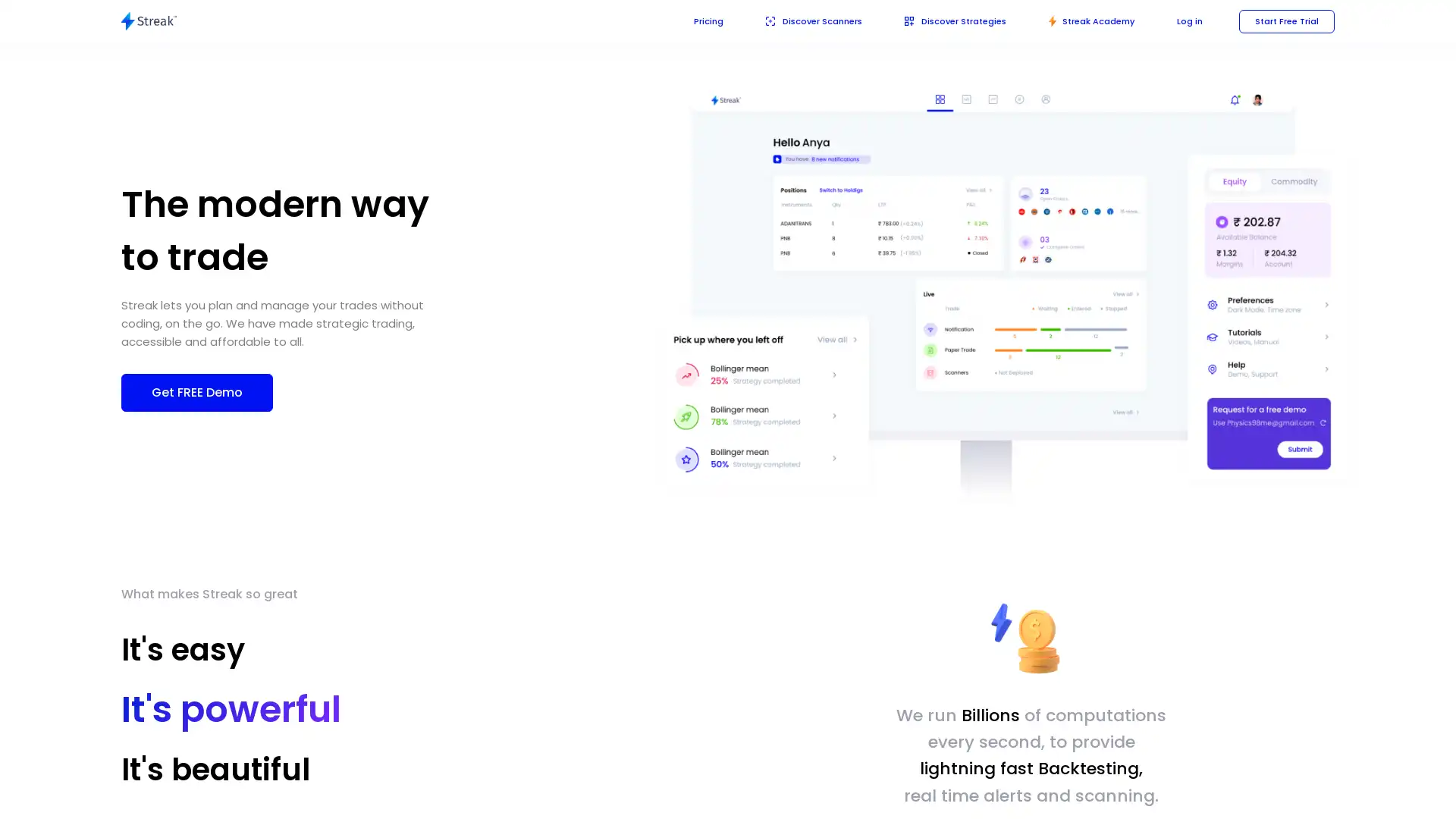  Describe the element at coordinates (196, 391) in the screenshot. I see `Get FREE Demo` at that location.